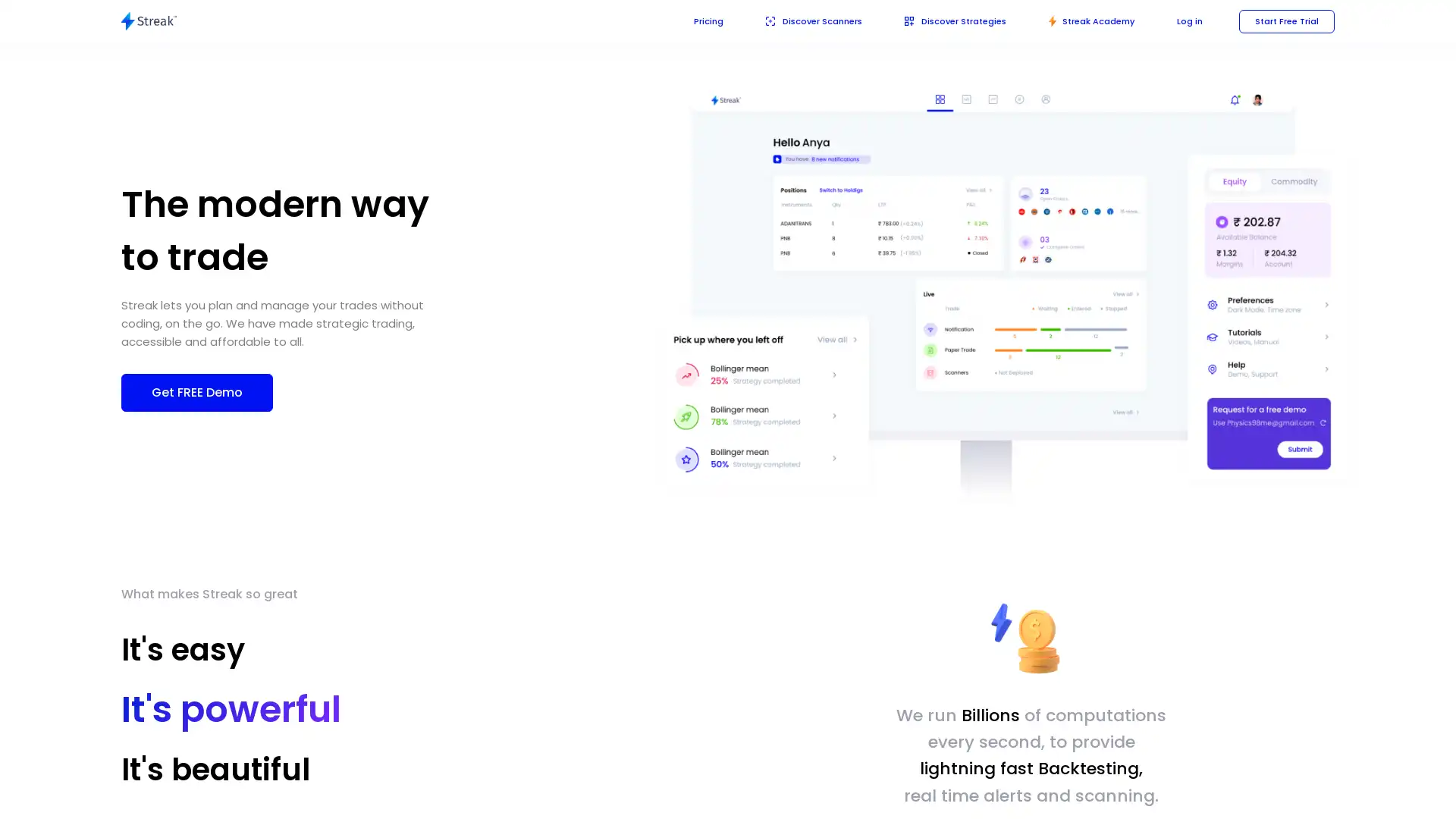  Describe the element at coordinates (196, 391) in the screenshot. I see `Get FREE Demo` at that location.